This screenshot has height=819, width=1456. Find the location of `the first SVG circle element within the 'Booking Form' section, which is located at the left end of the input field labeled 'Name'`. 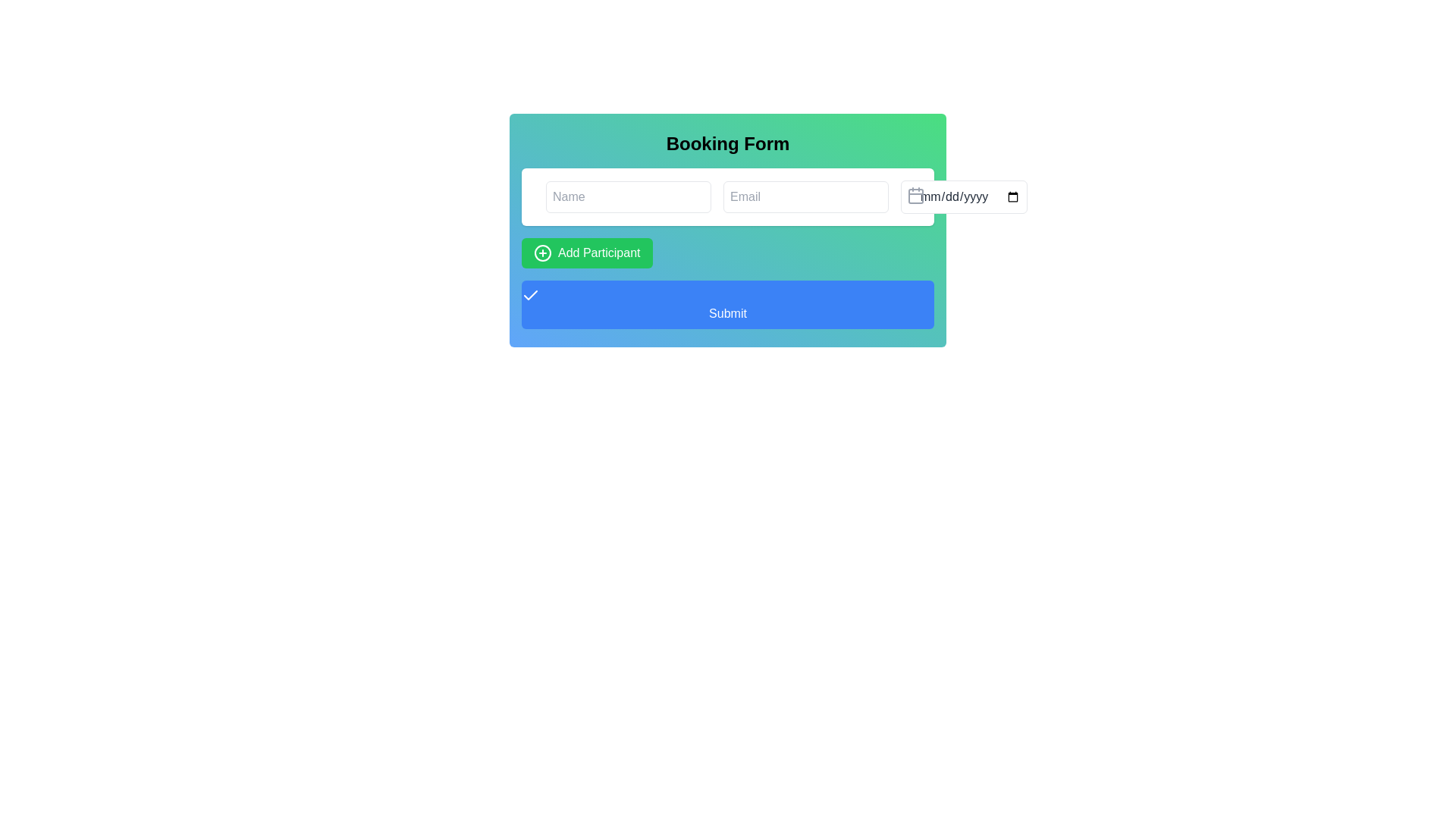

the first SVG circle element within the 'Booking Form' section, which is located at the left end of the input field labeled 'Name' is located at coordinates (542, 196).